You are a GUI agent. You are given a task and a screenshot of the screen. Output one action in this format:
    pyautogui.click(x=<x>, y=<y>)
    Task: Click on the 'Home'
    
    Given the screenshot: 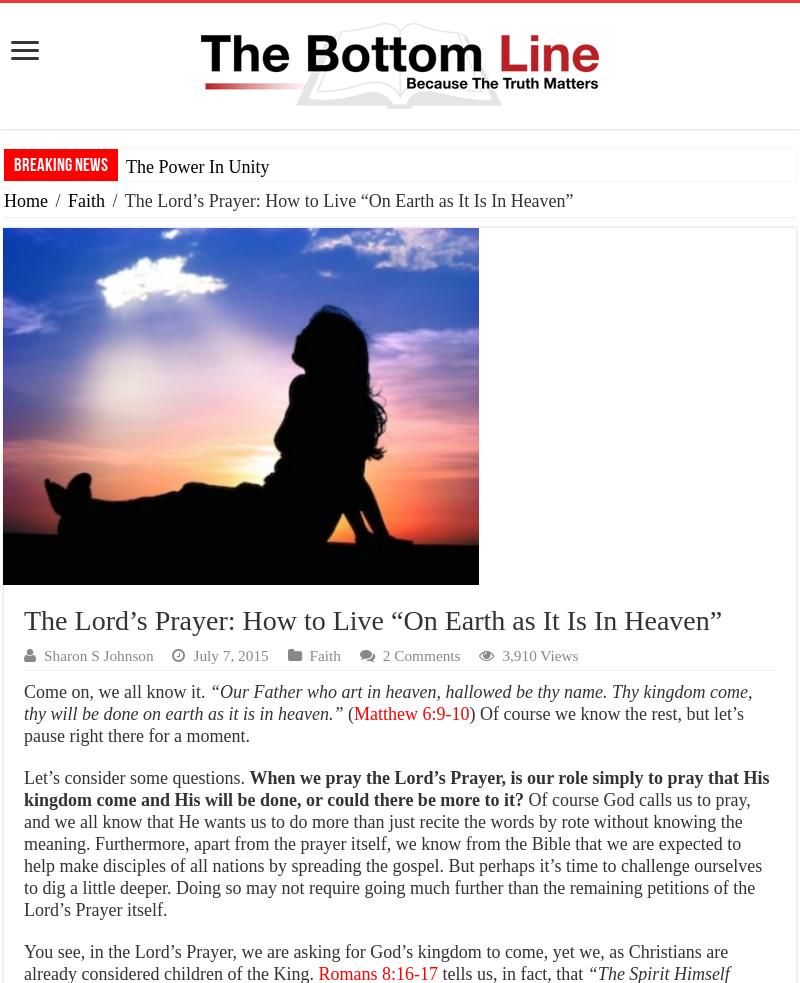 What is the action you would take?
    pyautogui.click(x=26, y=201)
    